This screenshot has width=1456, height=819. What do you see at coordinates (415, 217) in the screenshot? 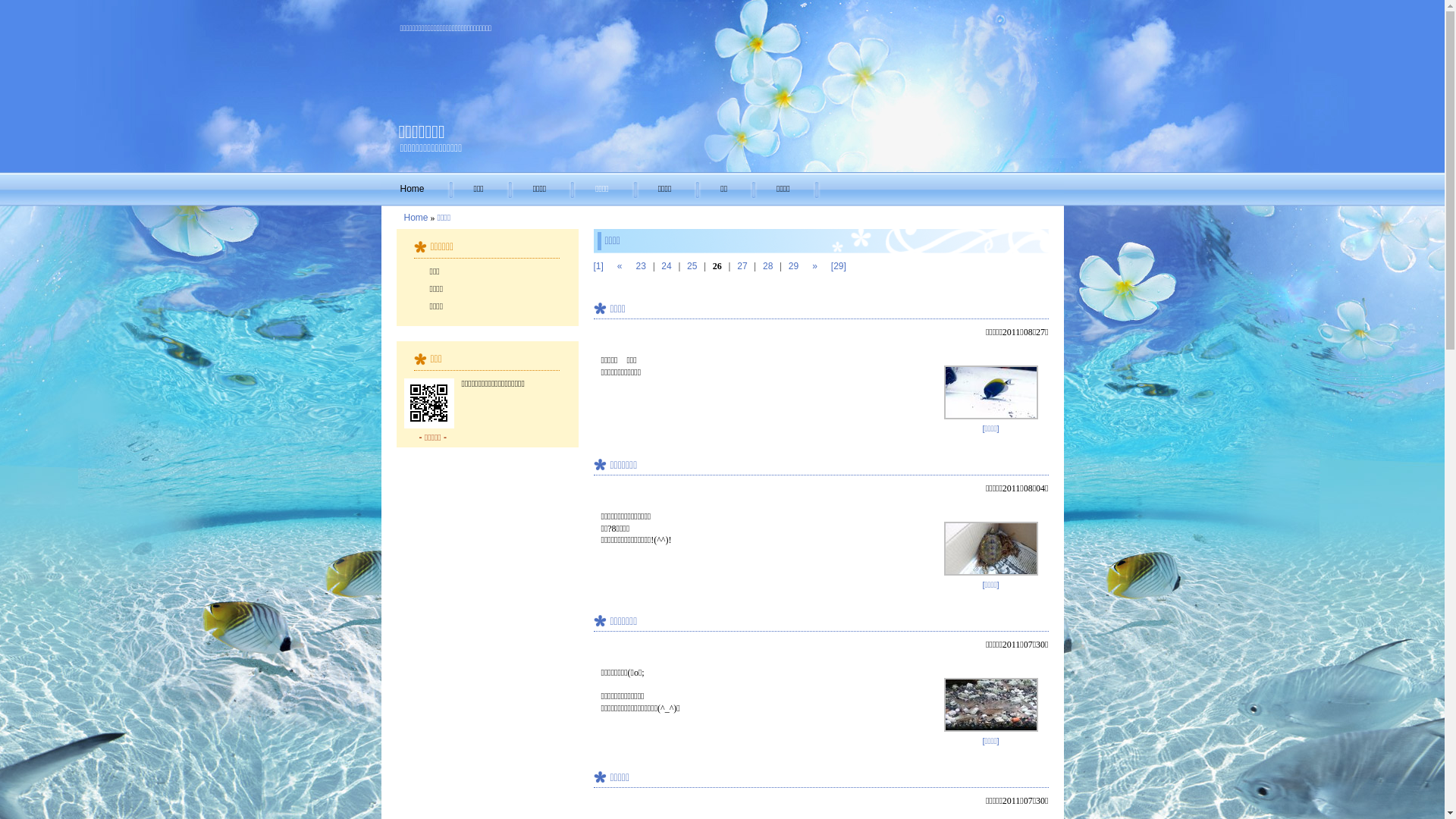
I see `'Home'` at bounding box center [415, 217].